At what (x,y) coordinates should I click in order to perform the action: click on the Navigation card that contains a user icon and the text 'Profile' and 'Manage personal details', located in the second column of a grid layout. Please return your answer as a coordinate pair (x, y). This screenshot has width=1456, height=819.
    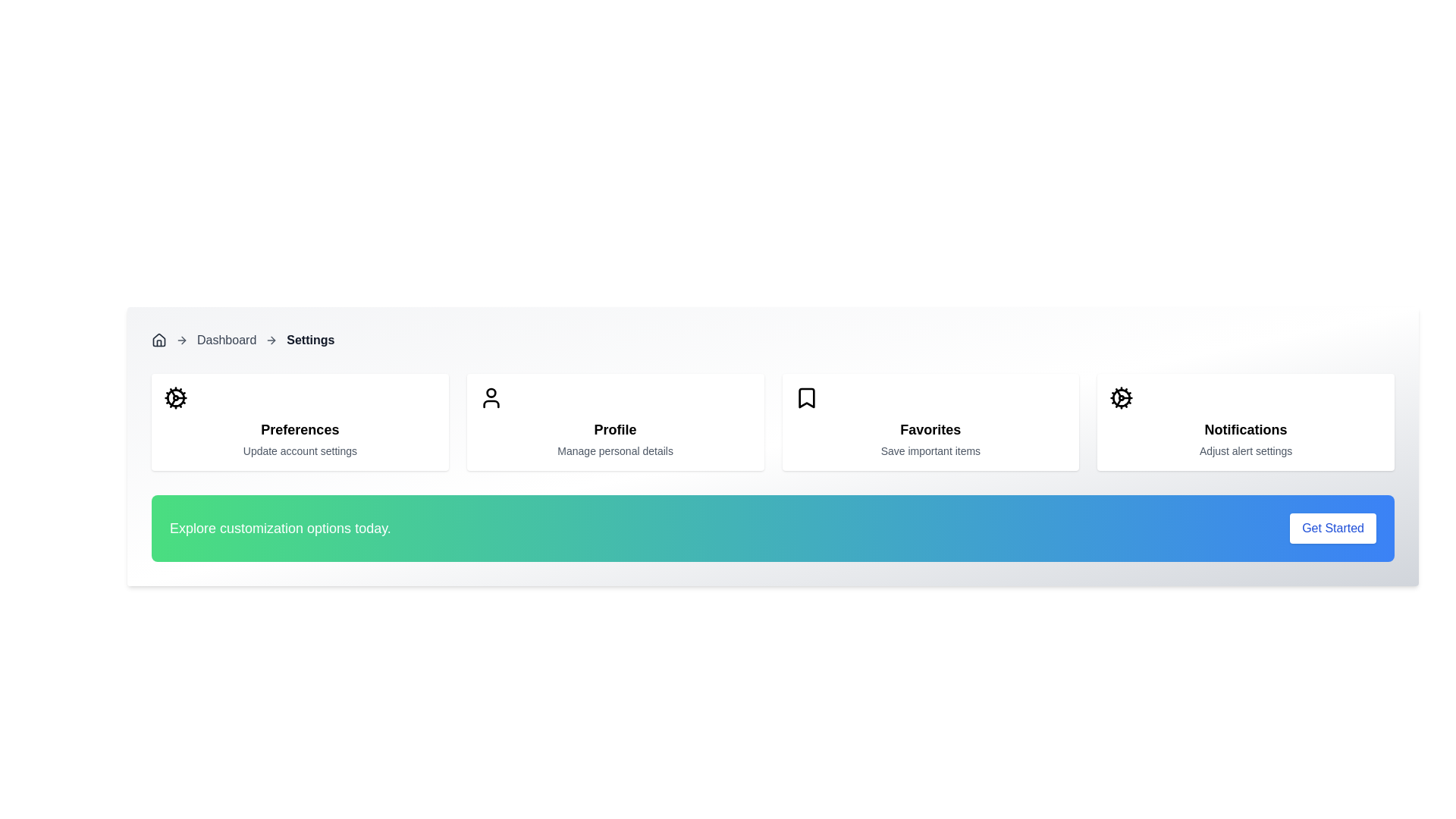
    Looking at the image, I should click on (615, 422).